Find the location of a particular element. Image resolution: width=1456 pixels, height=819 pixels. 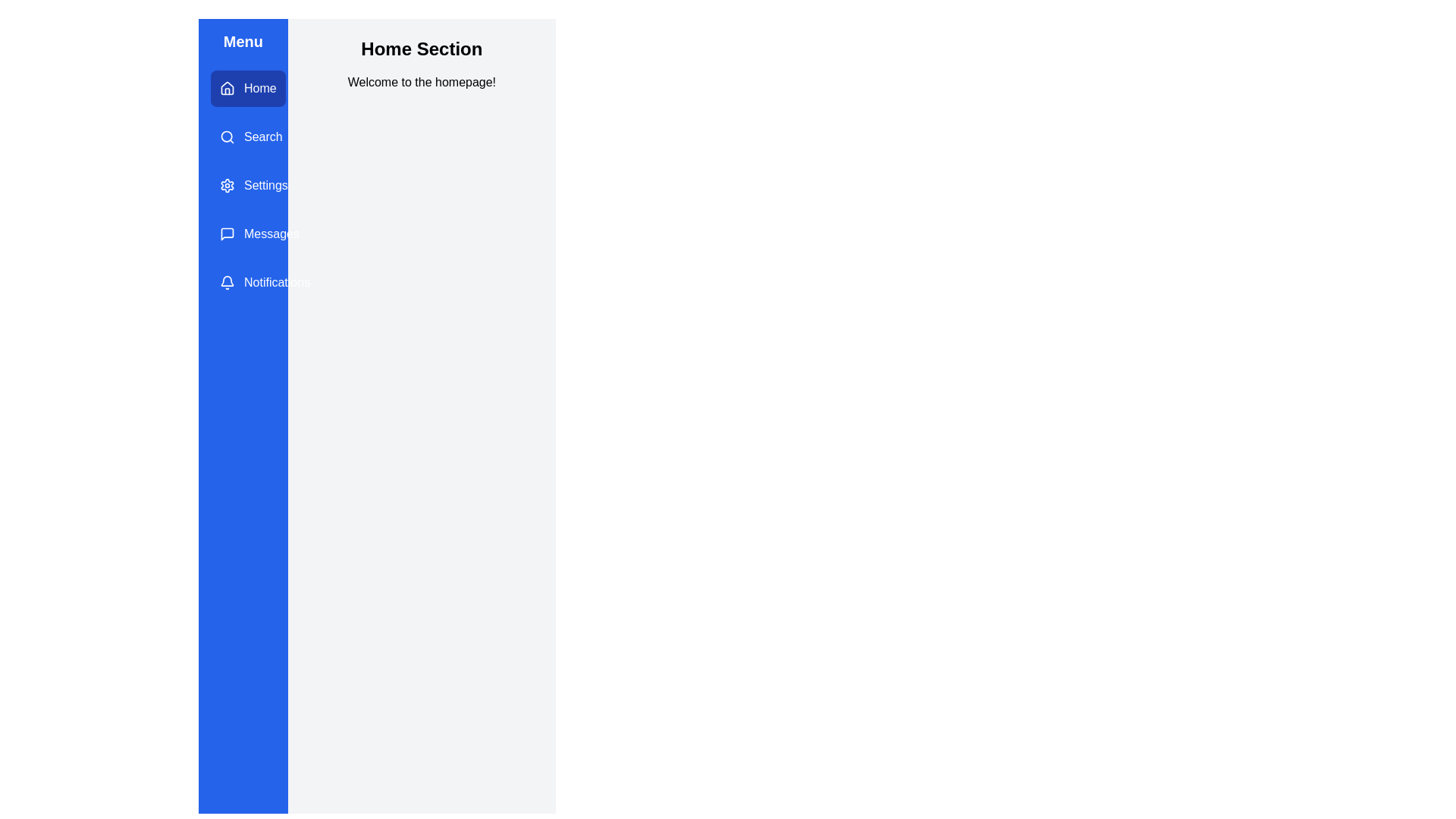

the outlined bell icon on the sidebar menu is located at coordinates (226, 283).